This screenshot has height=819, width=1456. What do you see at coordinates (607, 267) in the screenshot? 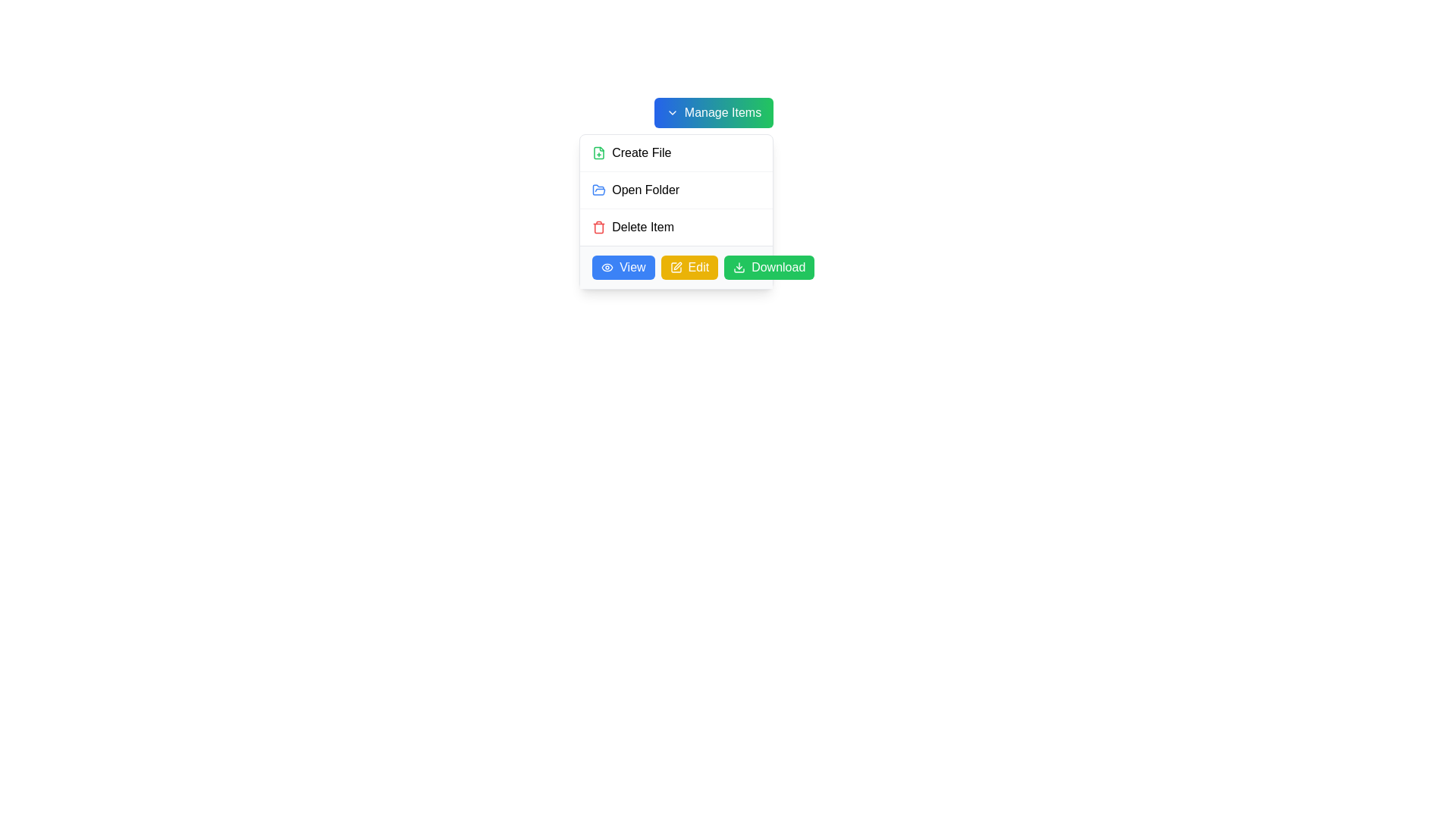
I see `the eye-shaped icon within the 'View' button to initiate the associated action` at bounding box center [607, 267].